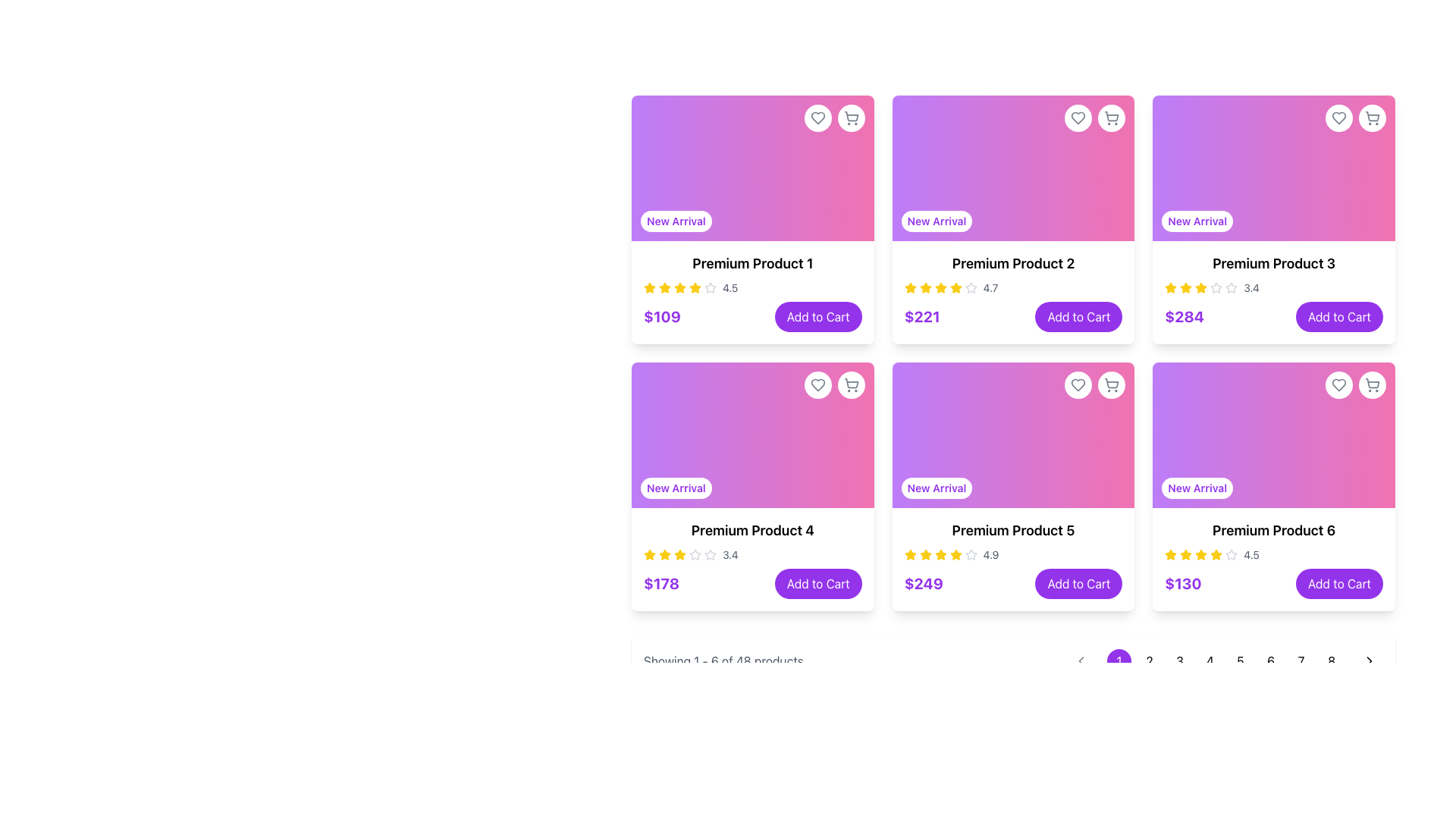 Image resolution: width=1456 pixels, height=819 pixels. Describe the element at coordinates (910, 288) in the screenshot. I see `the first rating star icon for the product labeled 'Premium Product 2', which is located in the top row, middle column of the product grid layout` at that location.